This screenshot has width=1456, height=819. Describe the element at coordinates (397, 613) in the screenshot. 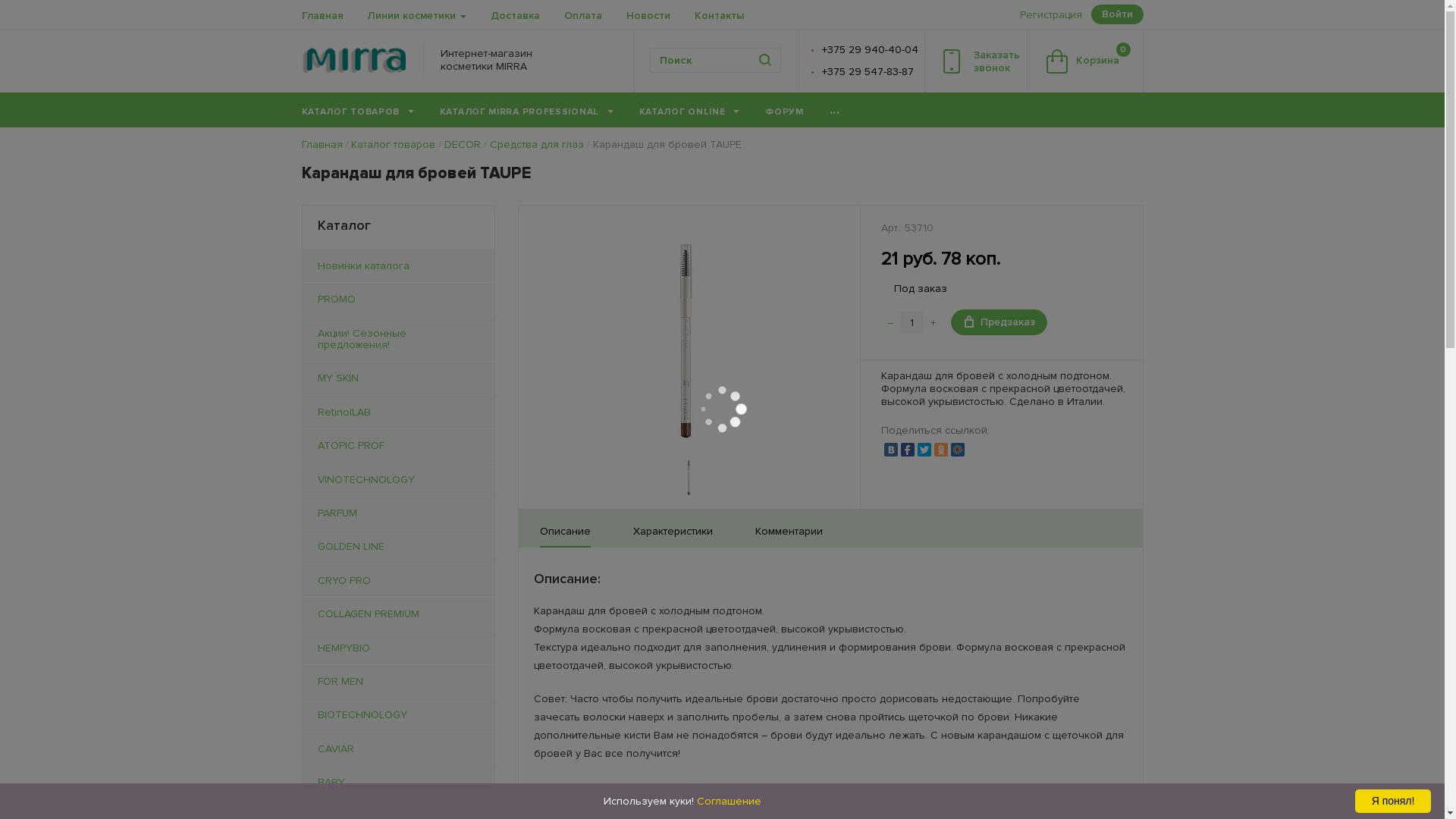

I see `'COLLAGEN PREMIUM'` at that location.